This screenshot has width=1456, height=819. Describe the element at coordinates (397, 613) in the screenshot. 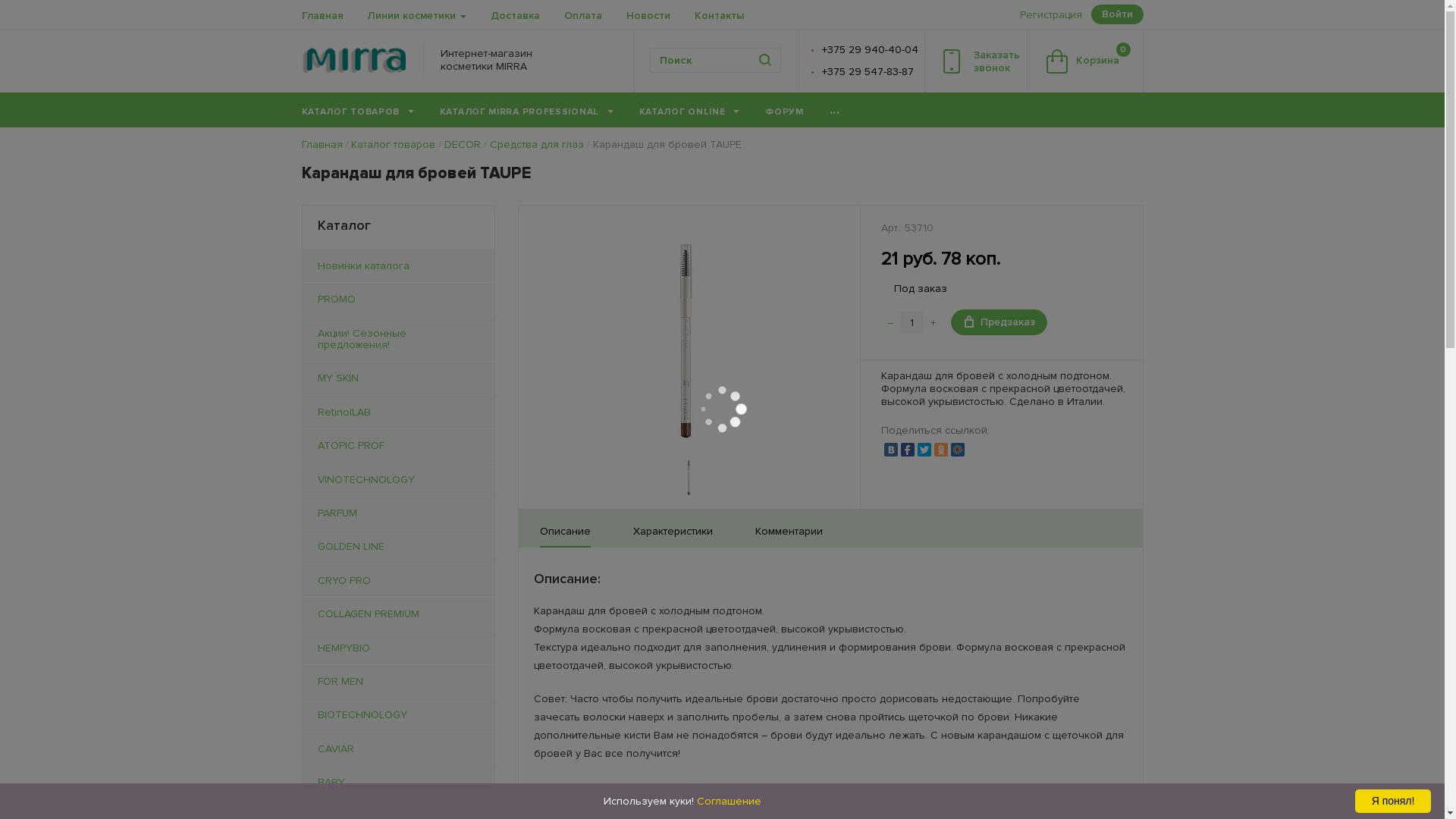

I see `'COLLAGEN PREMIUM'` at that location.